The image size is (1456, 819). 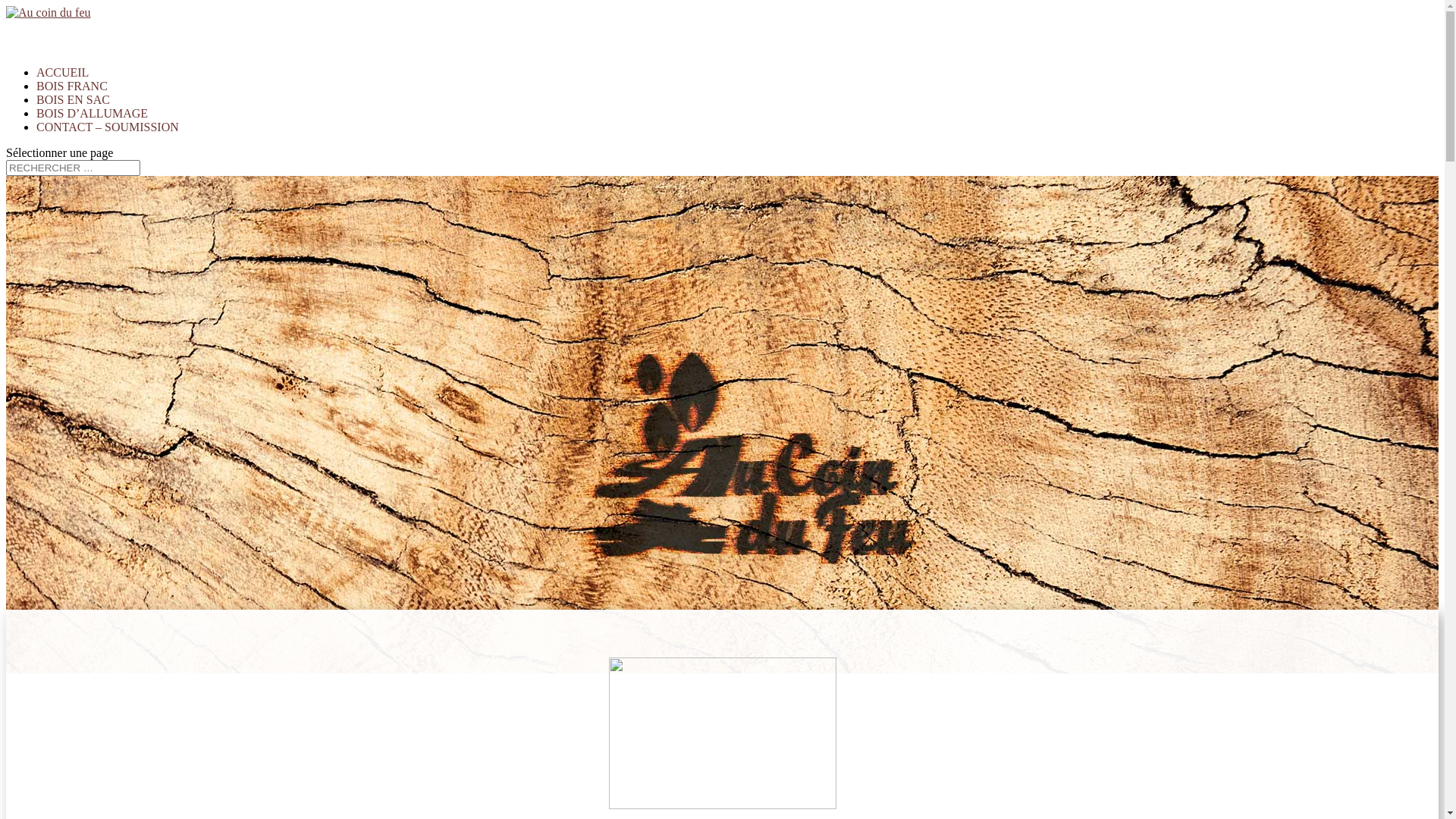 What do you see at coordinates (72, 168) in the screenshot?
I see `'Rechercher:'` at bounding box center [72, 168].